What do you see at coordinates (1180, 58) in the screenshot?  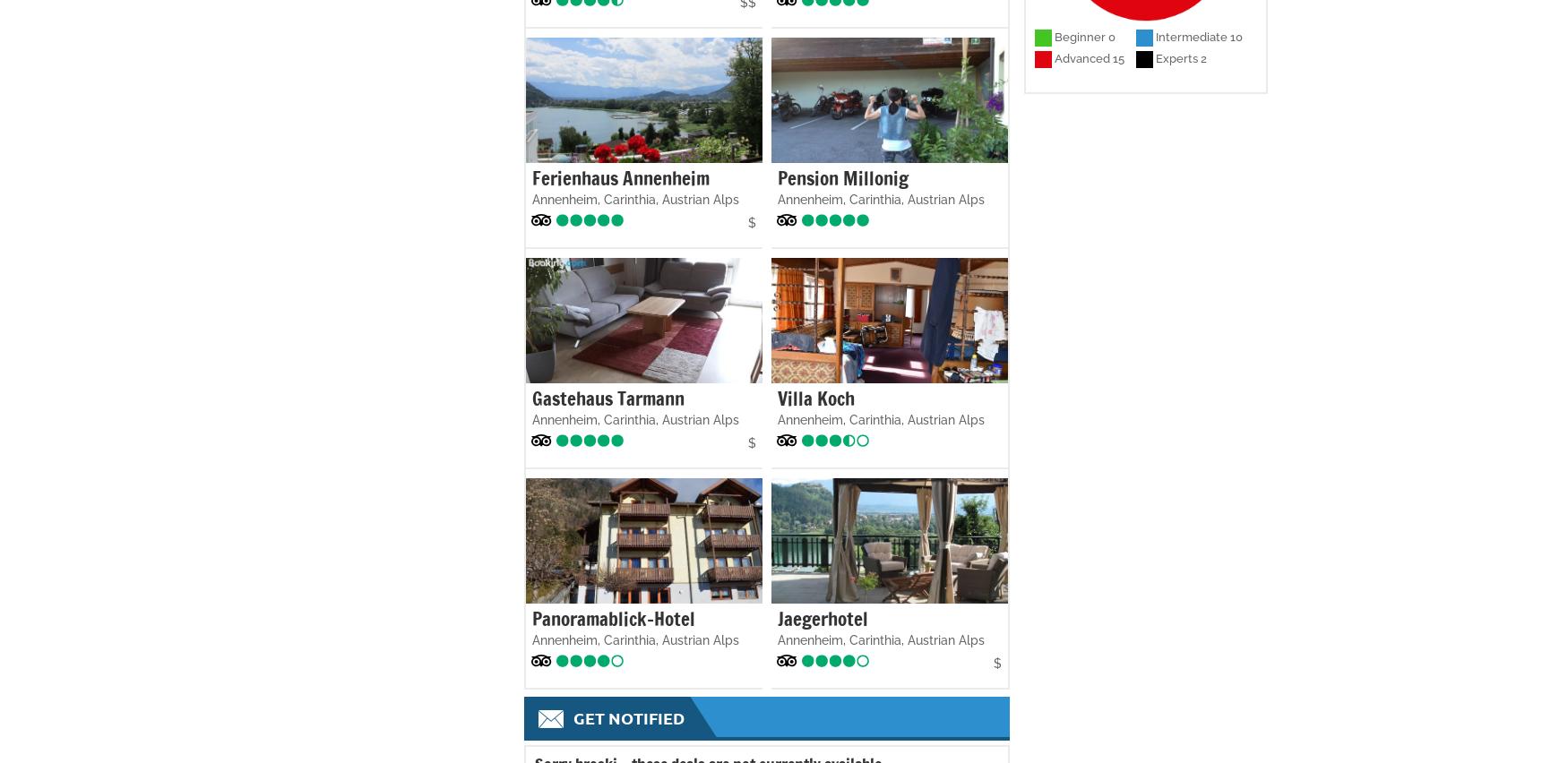 I see `'Experts 2'` at bounding box center [1180, 58].